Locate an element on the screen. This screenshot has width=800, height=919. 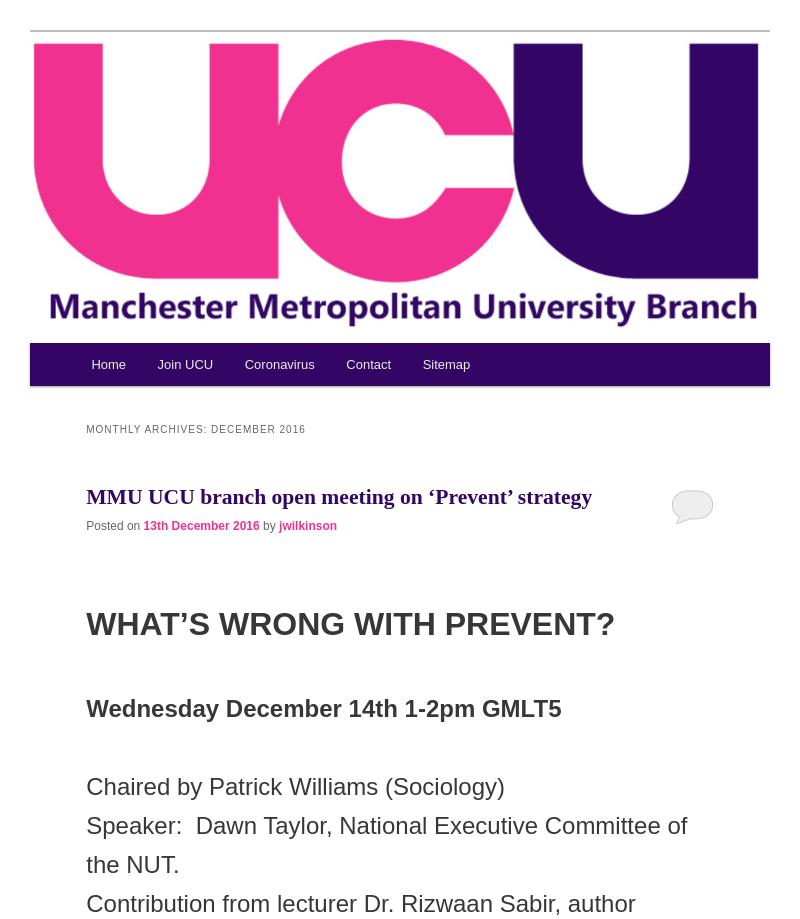
'by' is located at coordinates (261, 524).